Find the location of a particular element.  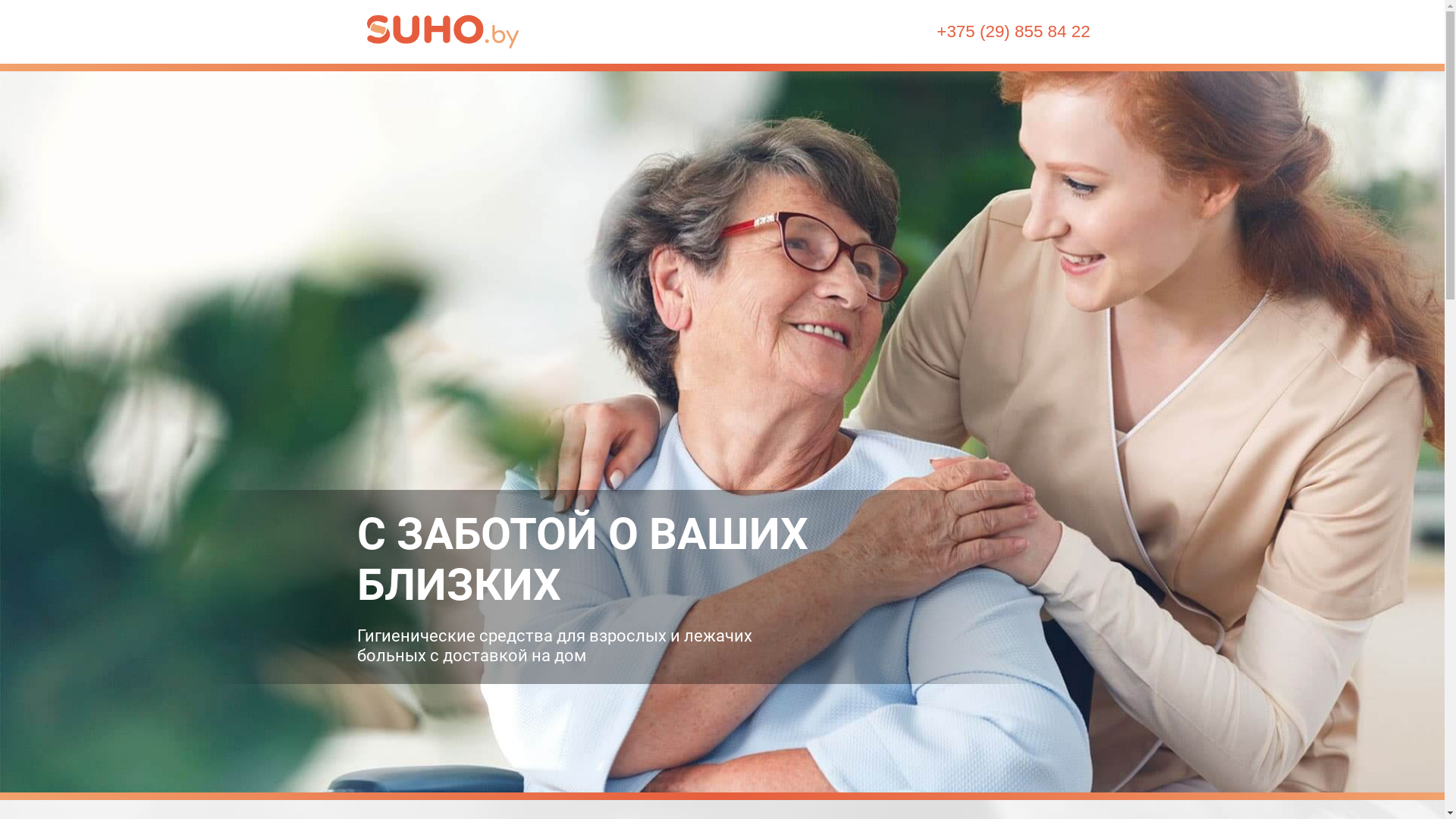

'+375 (29) 855 84 22' is located at coordinates (935, 32).